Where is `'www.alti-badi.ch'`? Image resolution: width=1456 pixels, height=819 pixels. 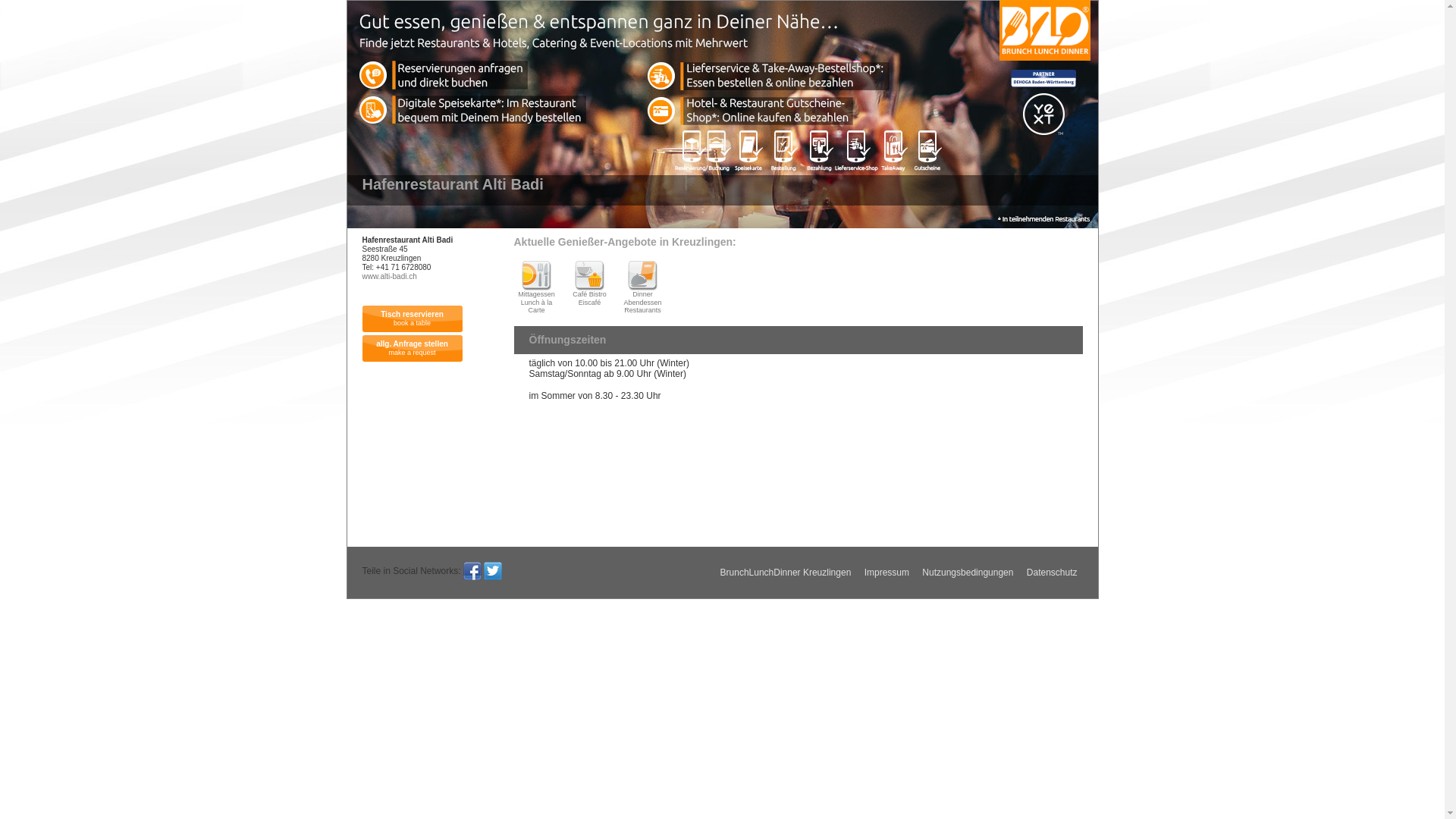 'www.alti-badi.ch' is located at coordinates (389, 276).